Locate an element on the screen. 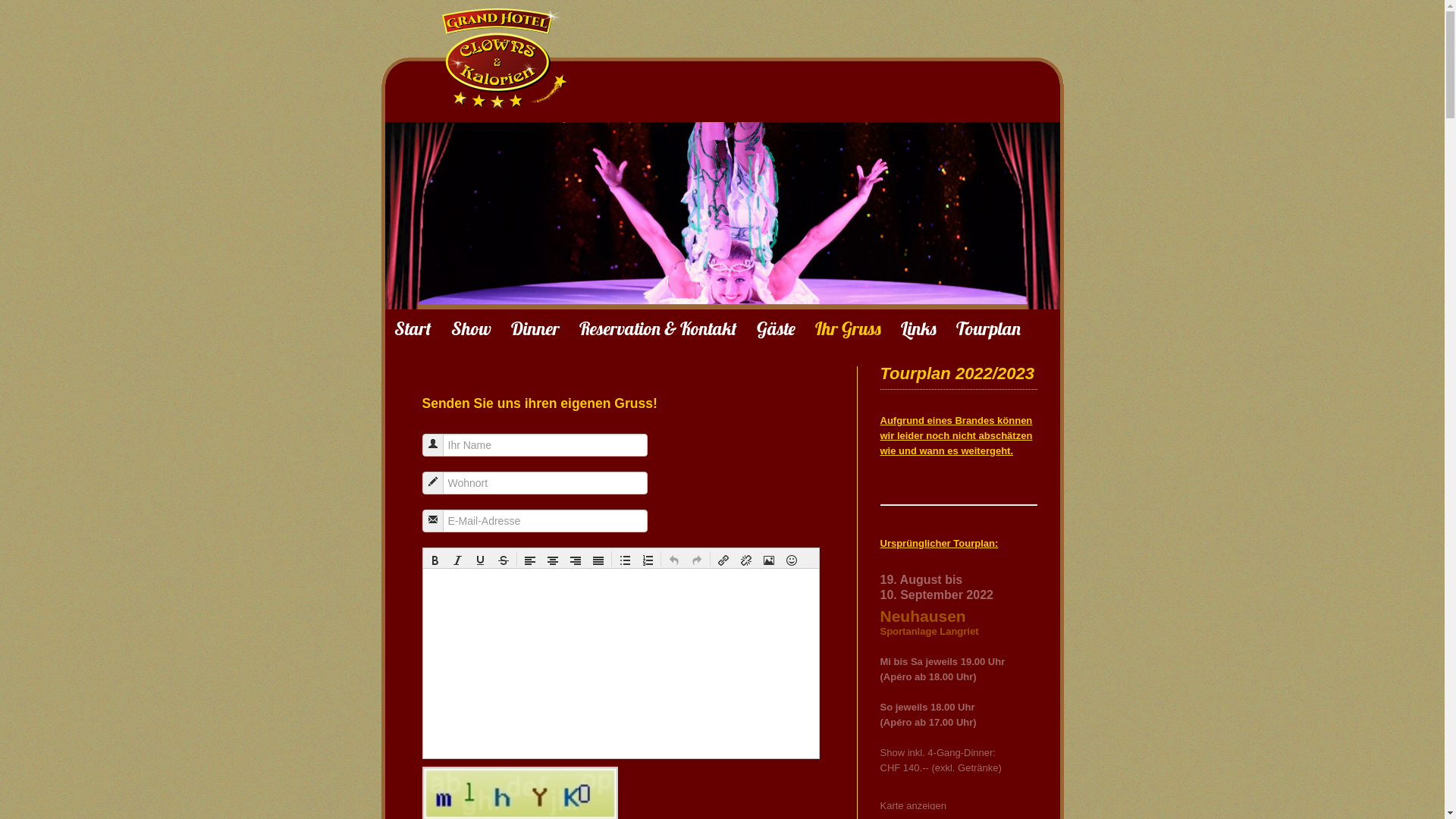  'Ihr Name' is located at coordinates (427, 444).